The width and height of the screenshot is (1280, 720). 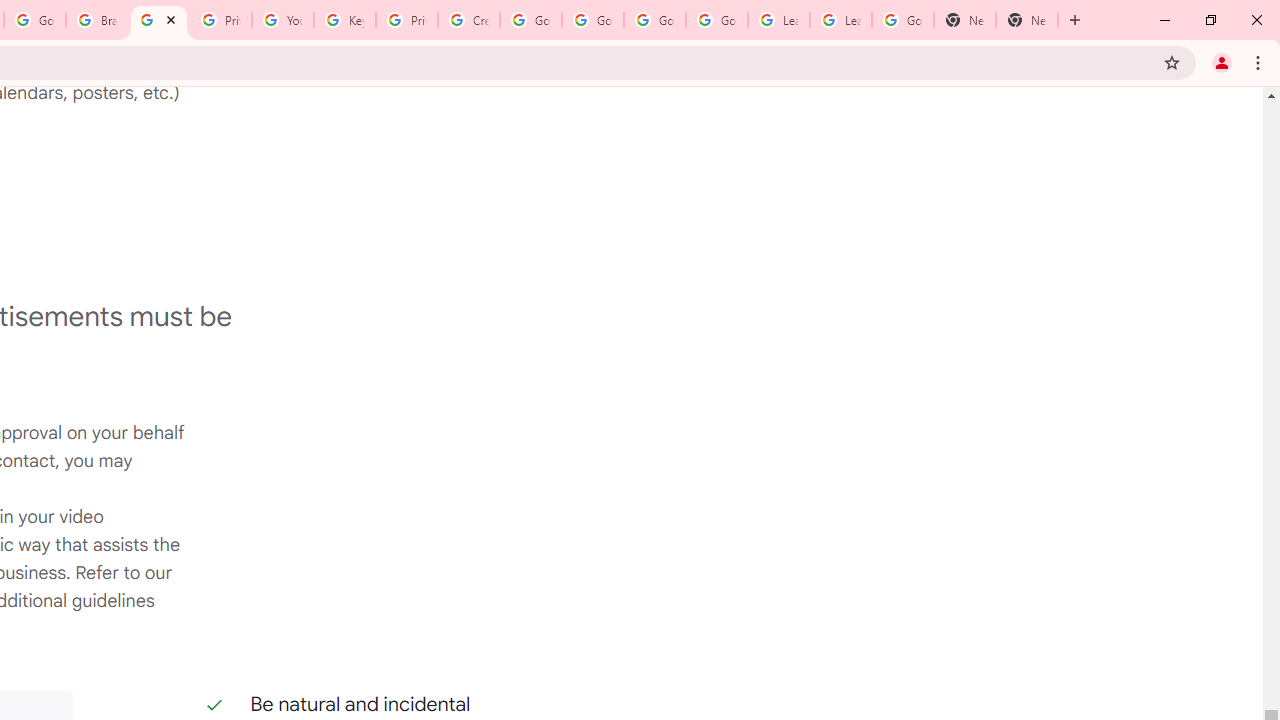 What do you see at coordinates (965, 20) in the screenshot?
I see `'New Tab'` at bounding box center [965, 20].